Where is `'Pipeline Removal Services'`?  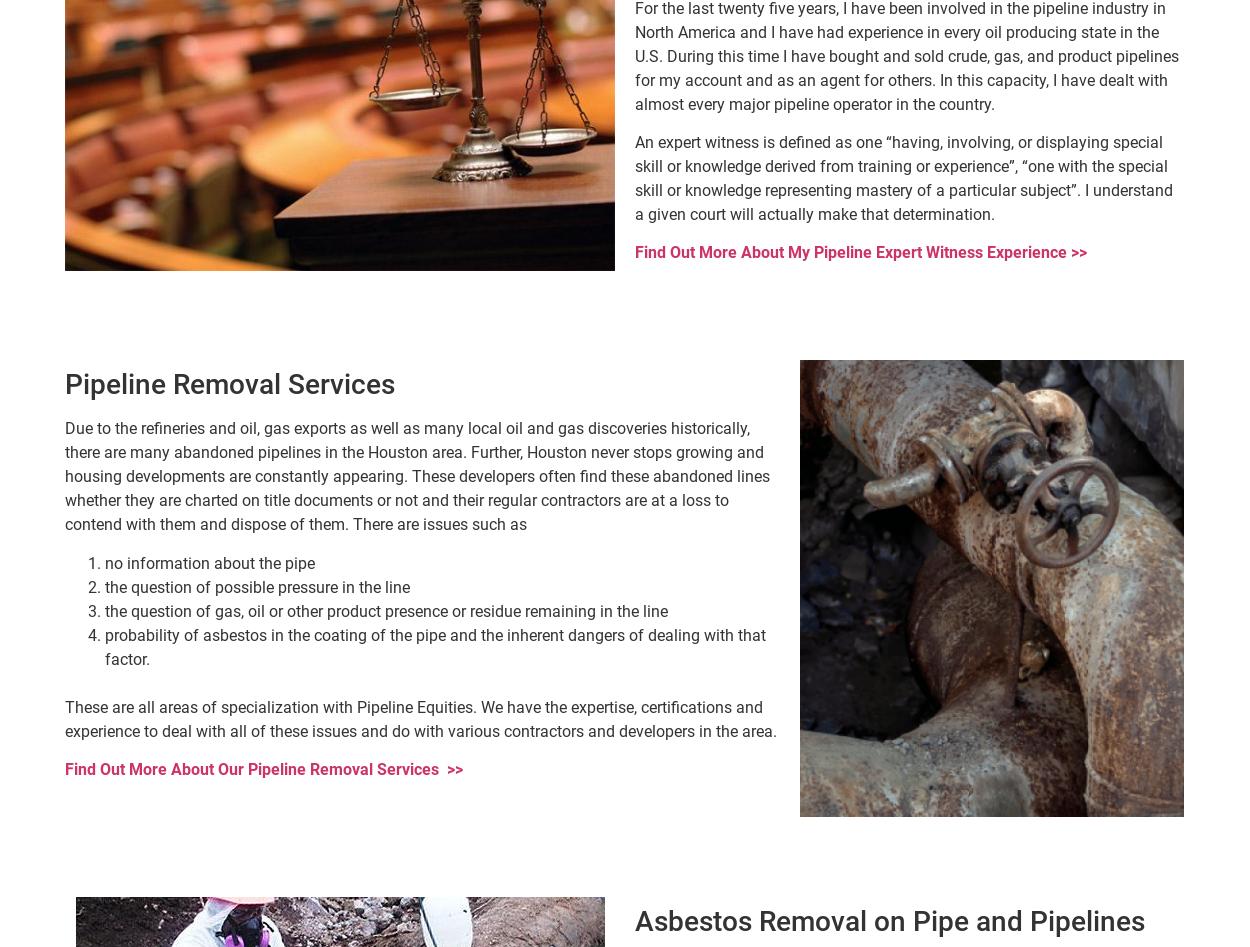 'Pipeline Removal Services' is located at coordinates (64, 383).